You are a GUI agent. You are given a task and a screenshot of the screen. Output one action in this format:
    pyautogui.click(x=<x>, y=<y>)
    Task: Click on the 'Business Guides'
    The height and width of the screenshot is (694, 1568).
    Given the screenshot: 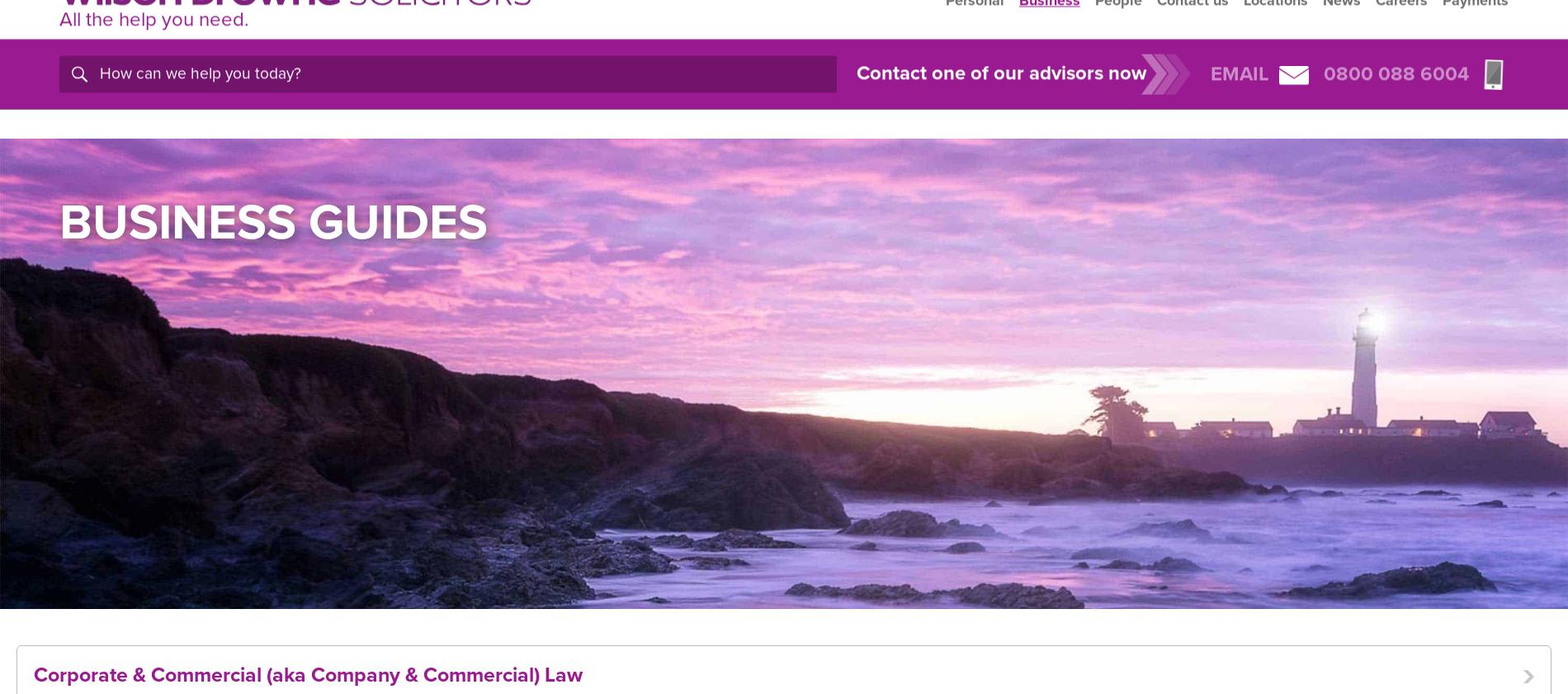 What is the action you would take?
    pyautogui.click(x=272, y=221)
    